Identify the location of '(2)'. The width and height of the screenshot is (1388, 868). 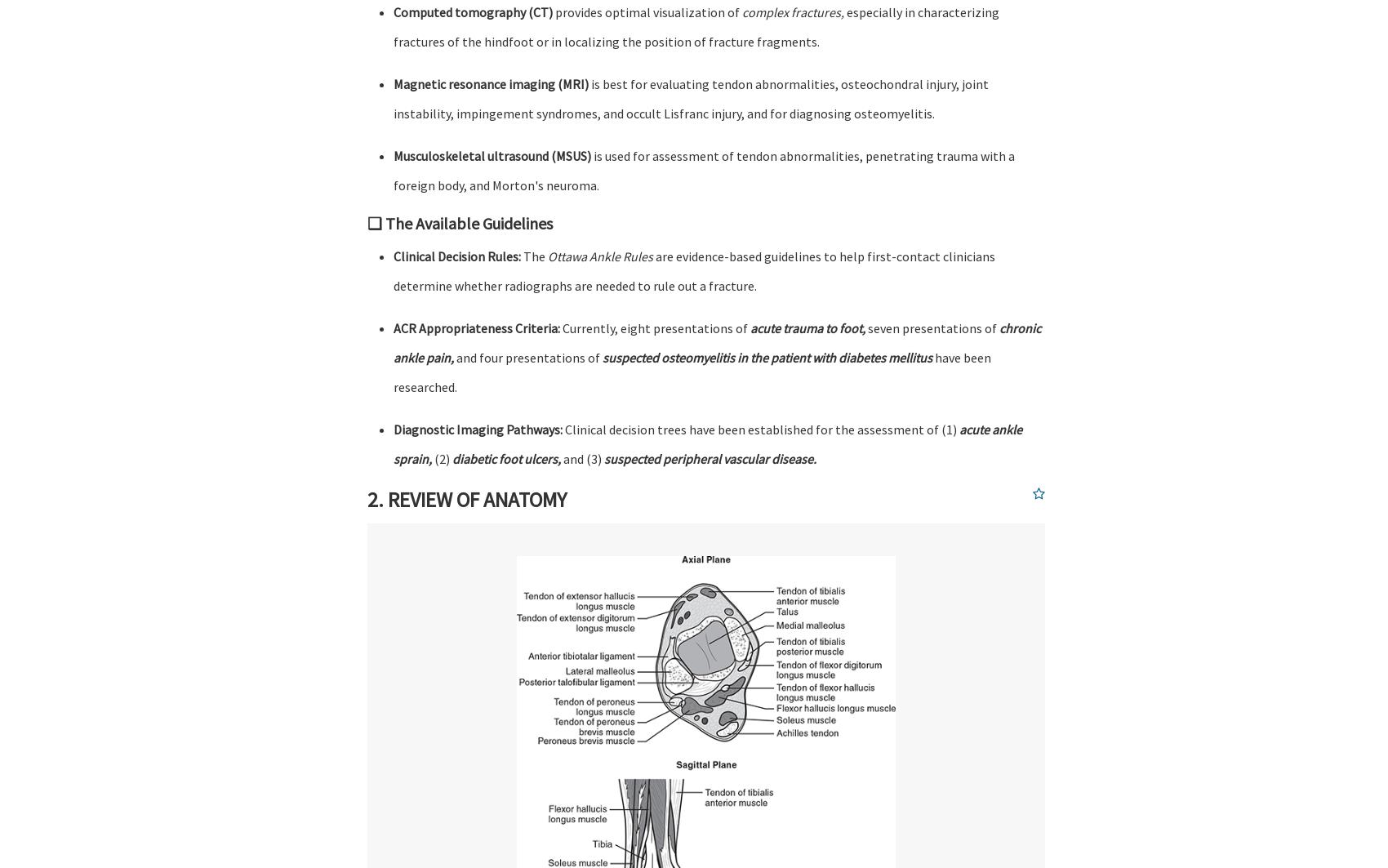
(441, 458).